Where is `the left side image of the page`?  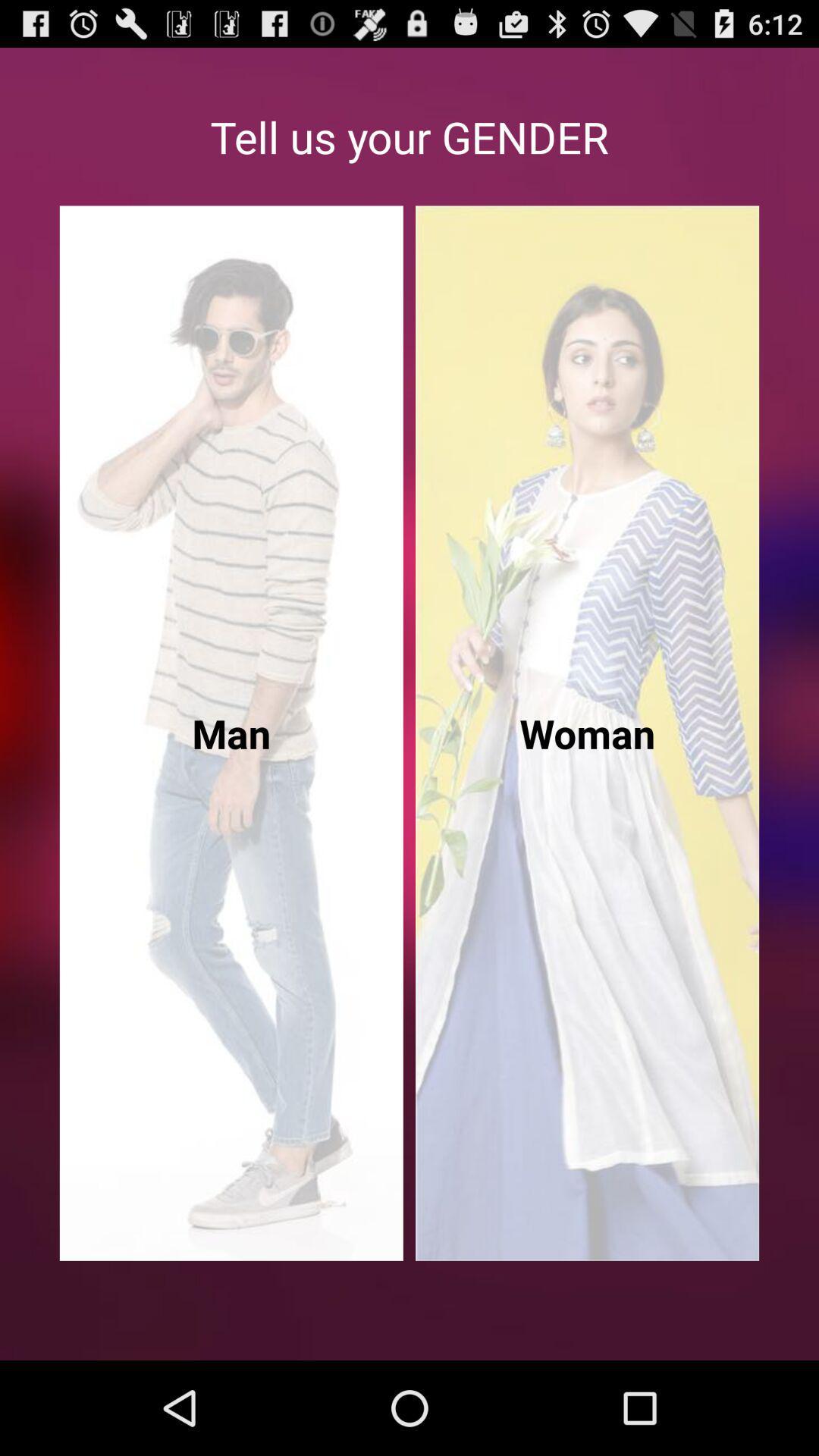
the left side image of the page is located at coordinates (231, 733).